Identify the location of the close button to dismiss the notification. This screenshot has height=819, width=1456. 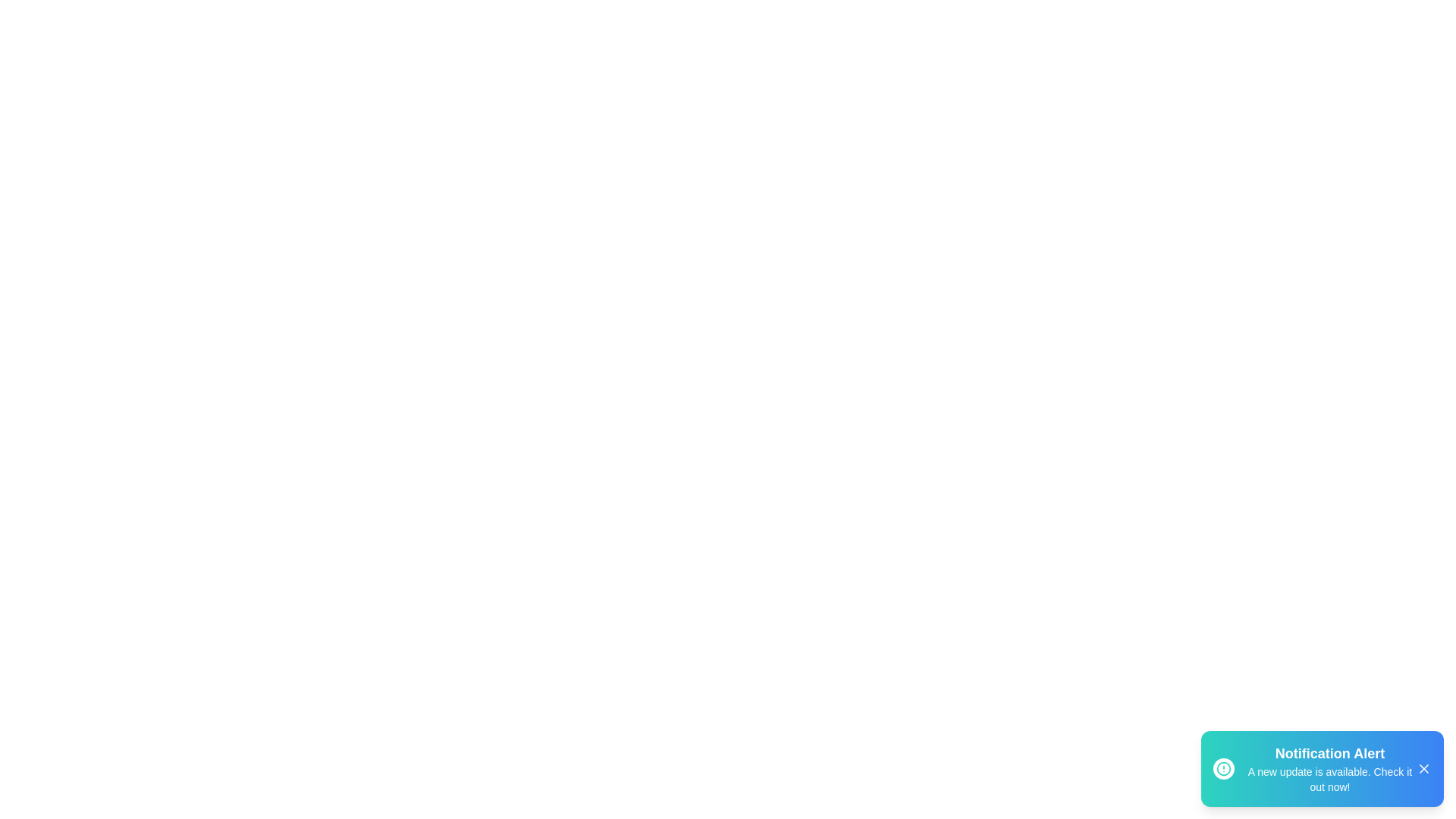
(1423, 769).